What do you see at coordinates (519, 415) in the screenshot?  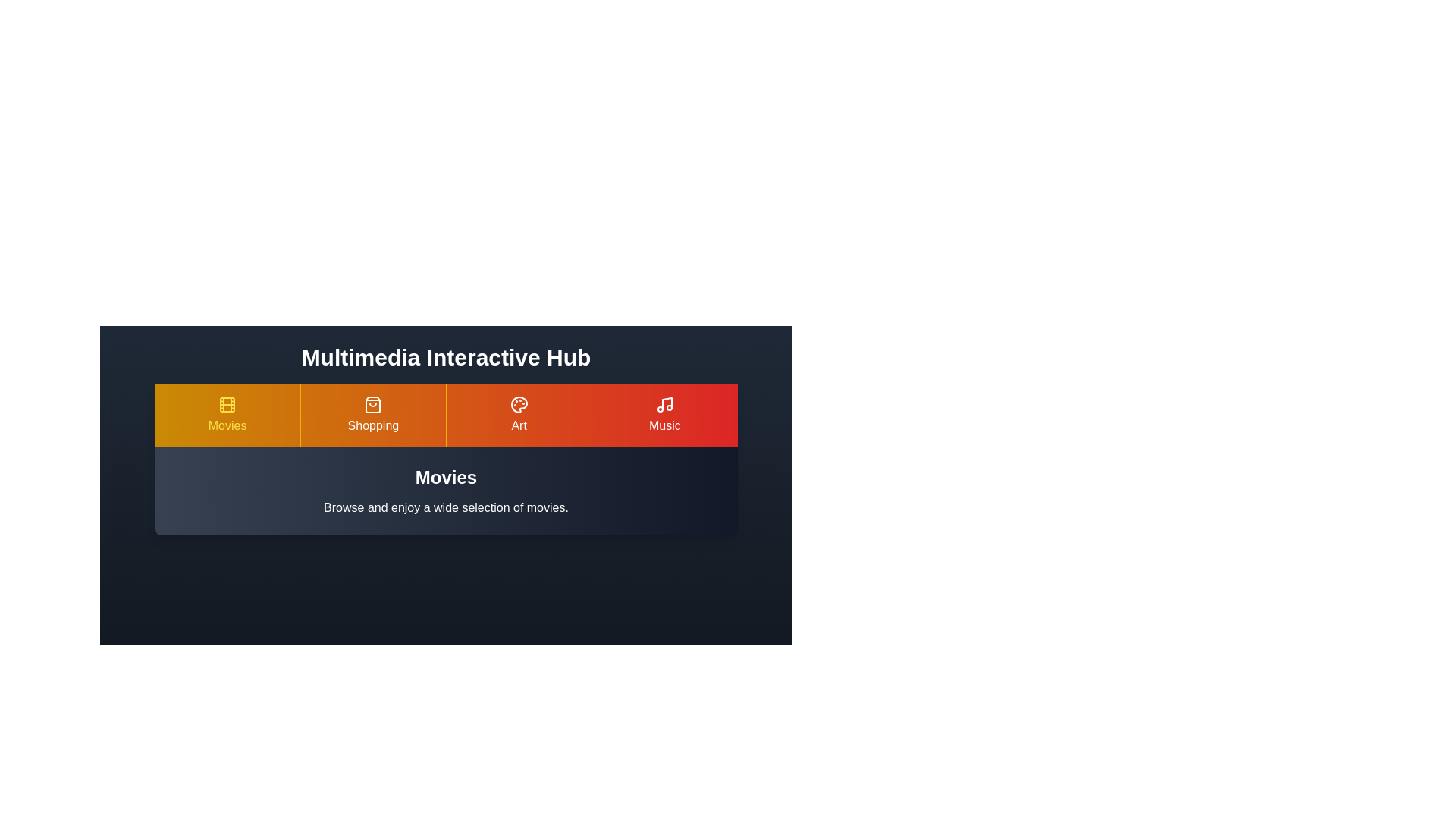 I see `the Art tab to view its content` at bounding box center [519, 415].